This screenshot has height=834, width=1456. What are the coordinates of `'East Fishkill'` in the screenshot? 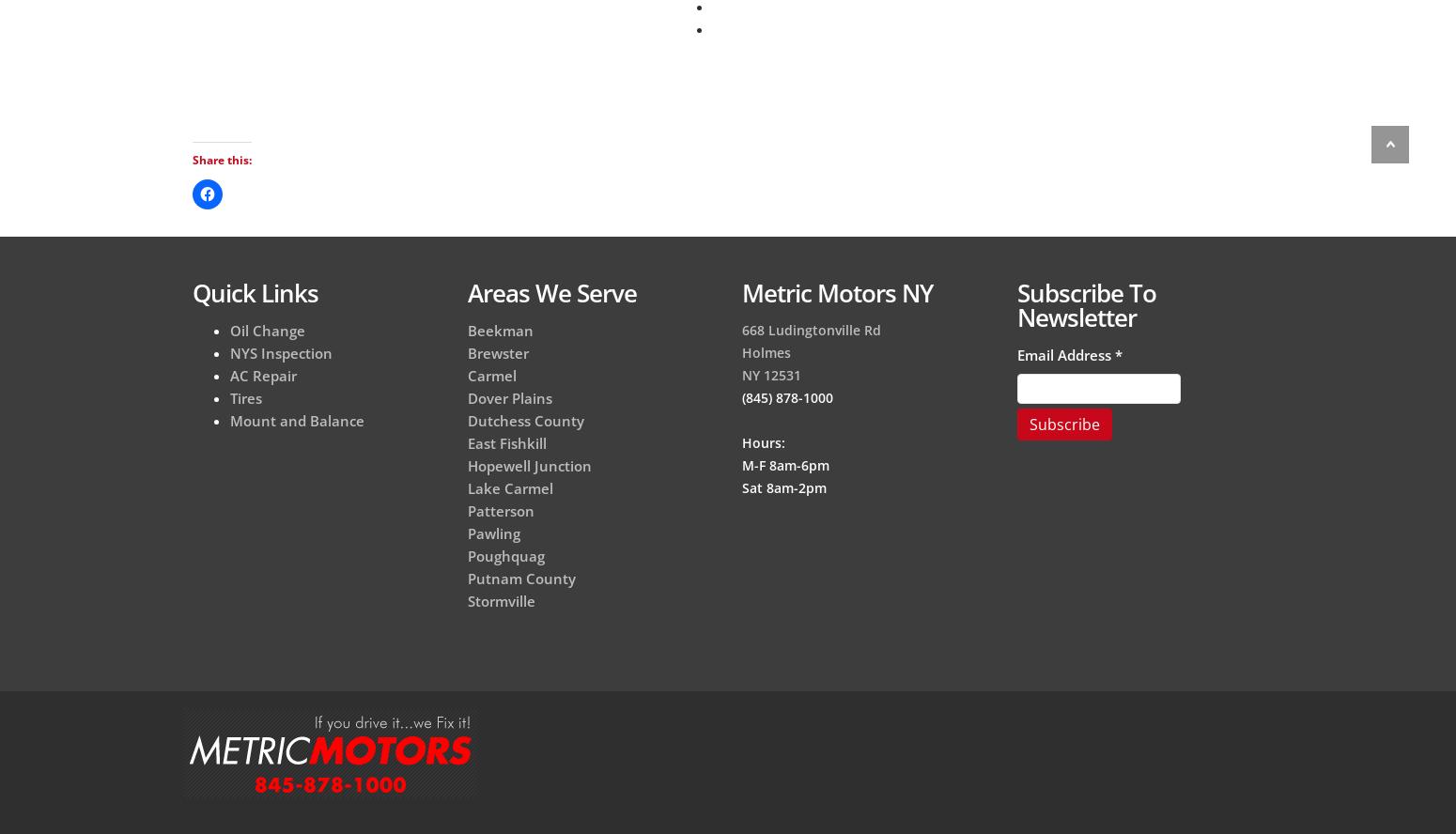 It's located at (465, 441).